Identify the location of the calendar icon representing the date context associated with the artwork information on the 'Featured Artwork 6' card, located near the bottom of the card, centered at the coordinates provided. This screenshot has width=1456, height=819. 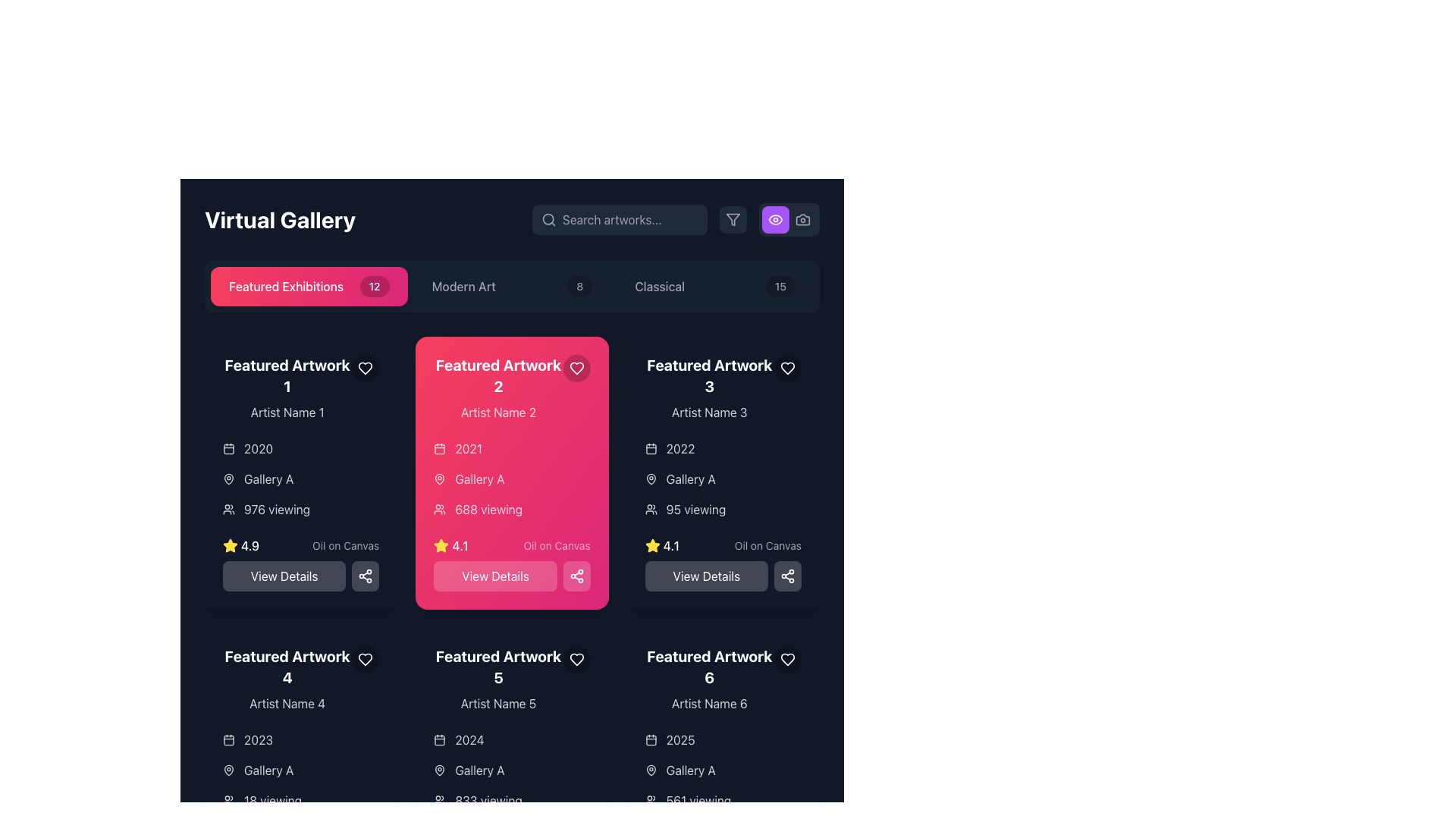
(651, 739).